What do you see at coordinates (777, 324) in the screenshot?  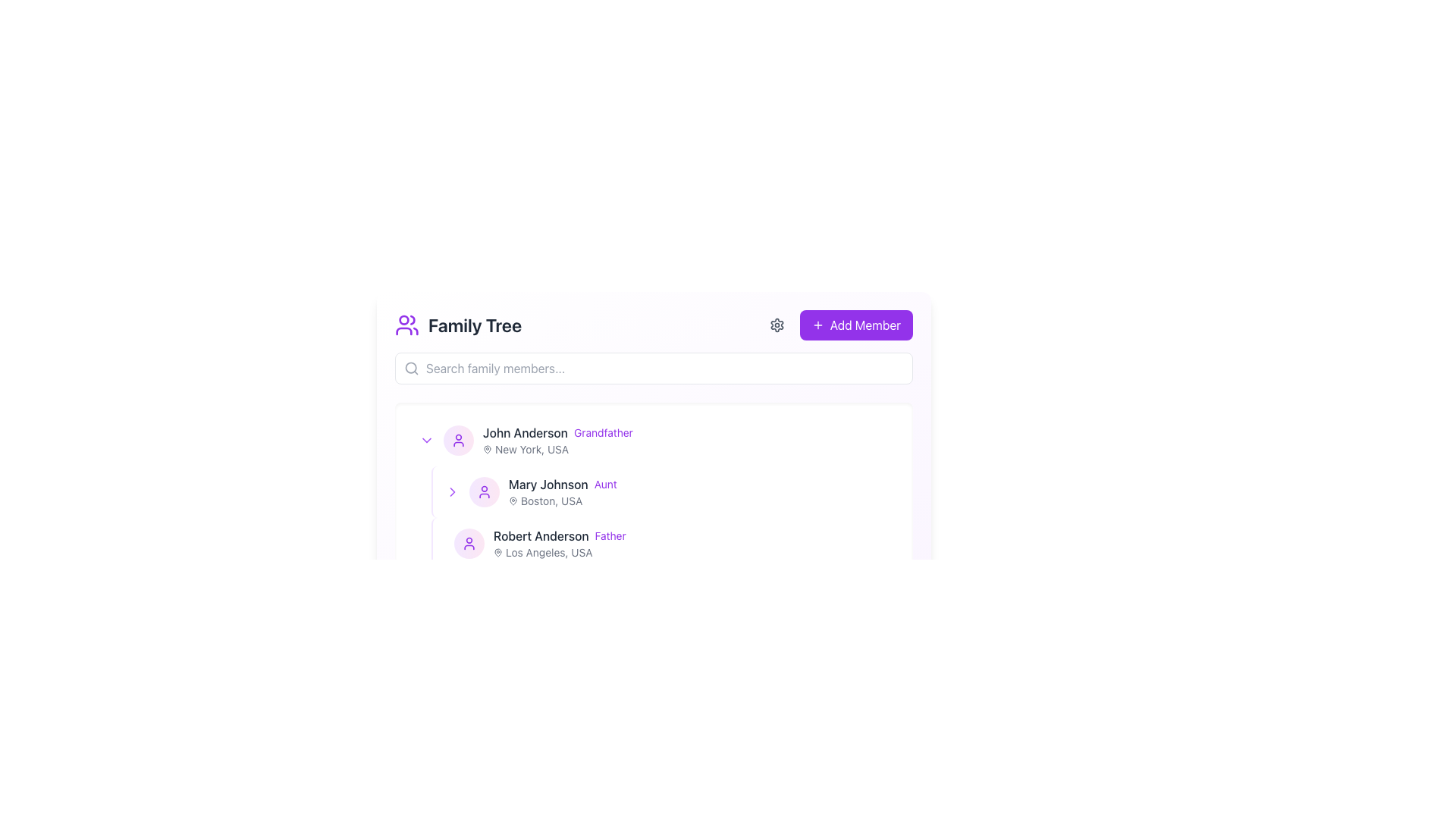 I see `the circular settings icon, which is styled with a gear-like contour and located to the immediate left of the 'Add Member' button at the top-right corner of the layout, to trigger a tooltip or visual feedback` at bounding box center [777, 324].